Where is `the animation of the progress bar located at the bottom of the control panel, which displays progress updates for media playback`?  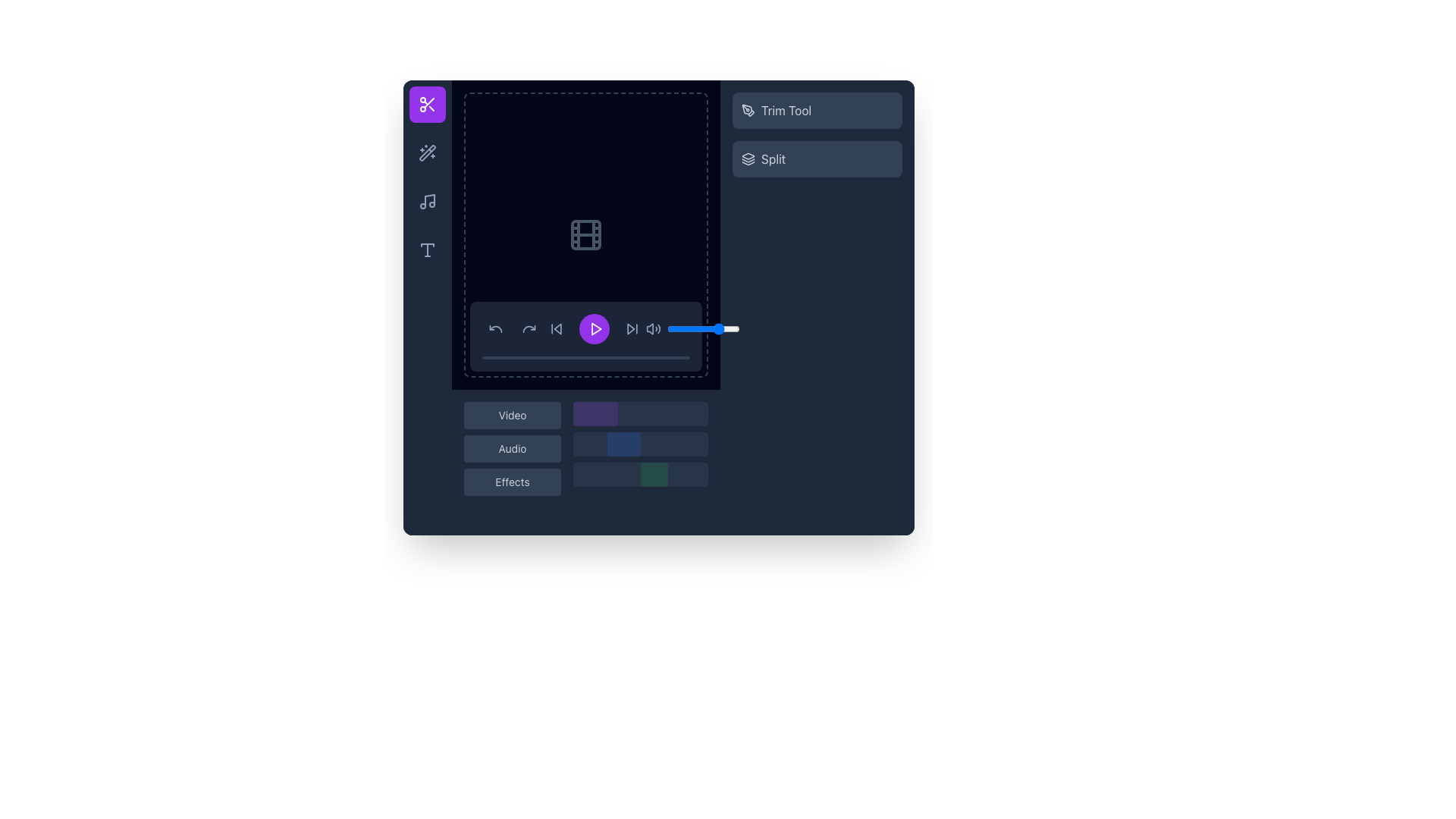
the animation of the progress bar located at the bottom of the control panel, which displays progress updates for media playback is located at coordinates (585, 357).